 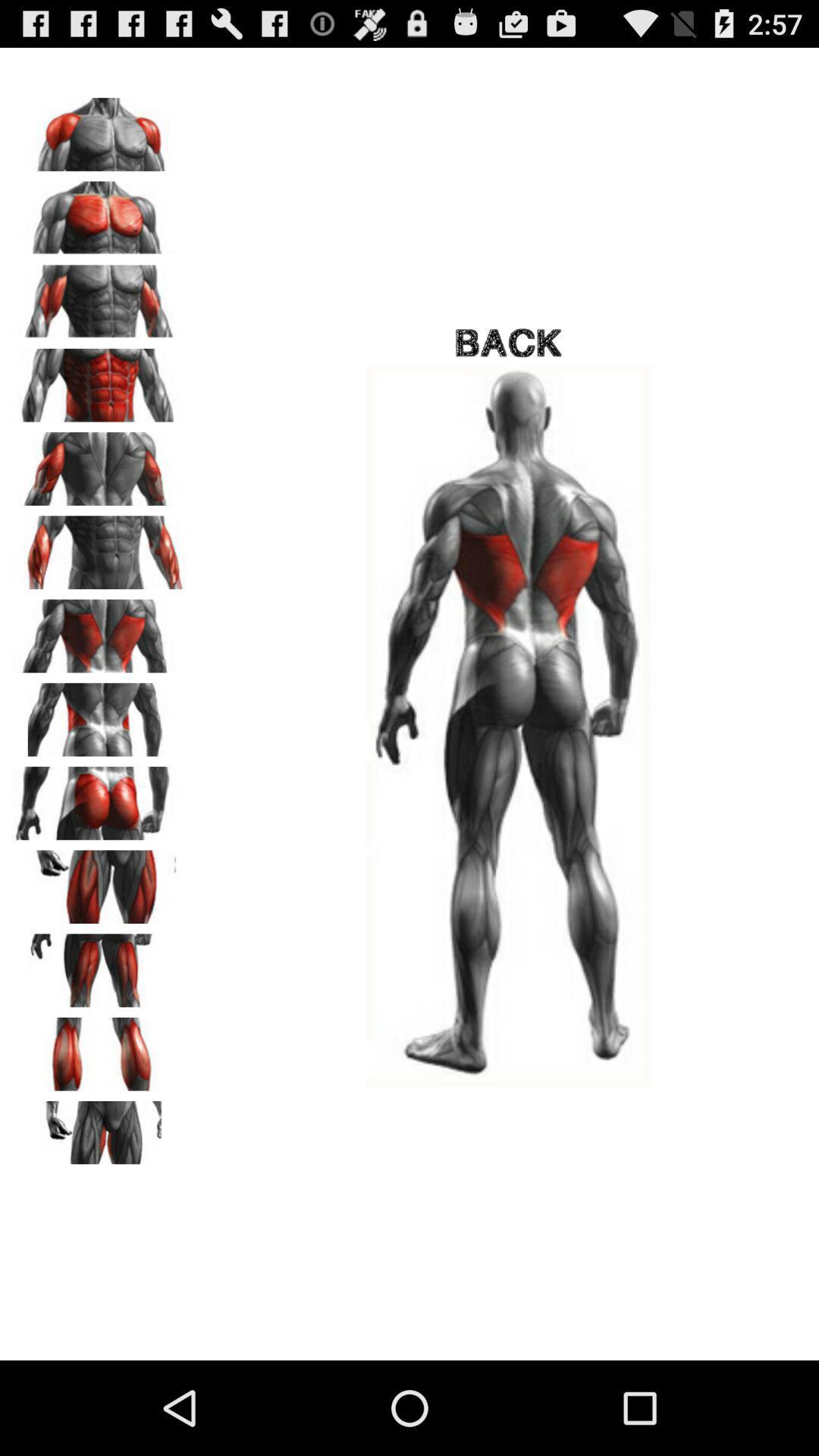 I want to click on display figure, so click(x=99, y=463).